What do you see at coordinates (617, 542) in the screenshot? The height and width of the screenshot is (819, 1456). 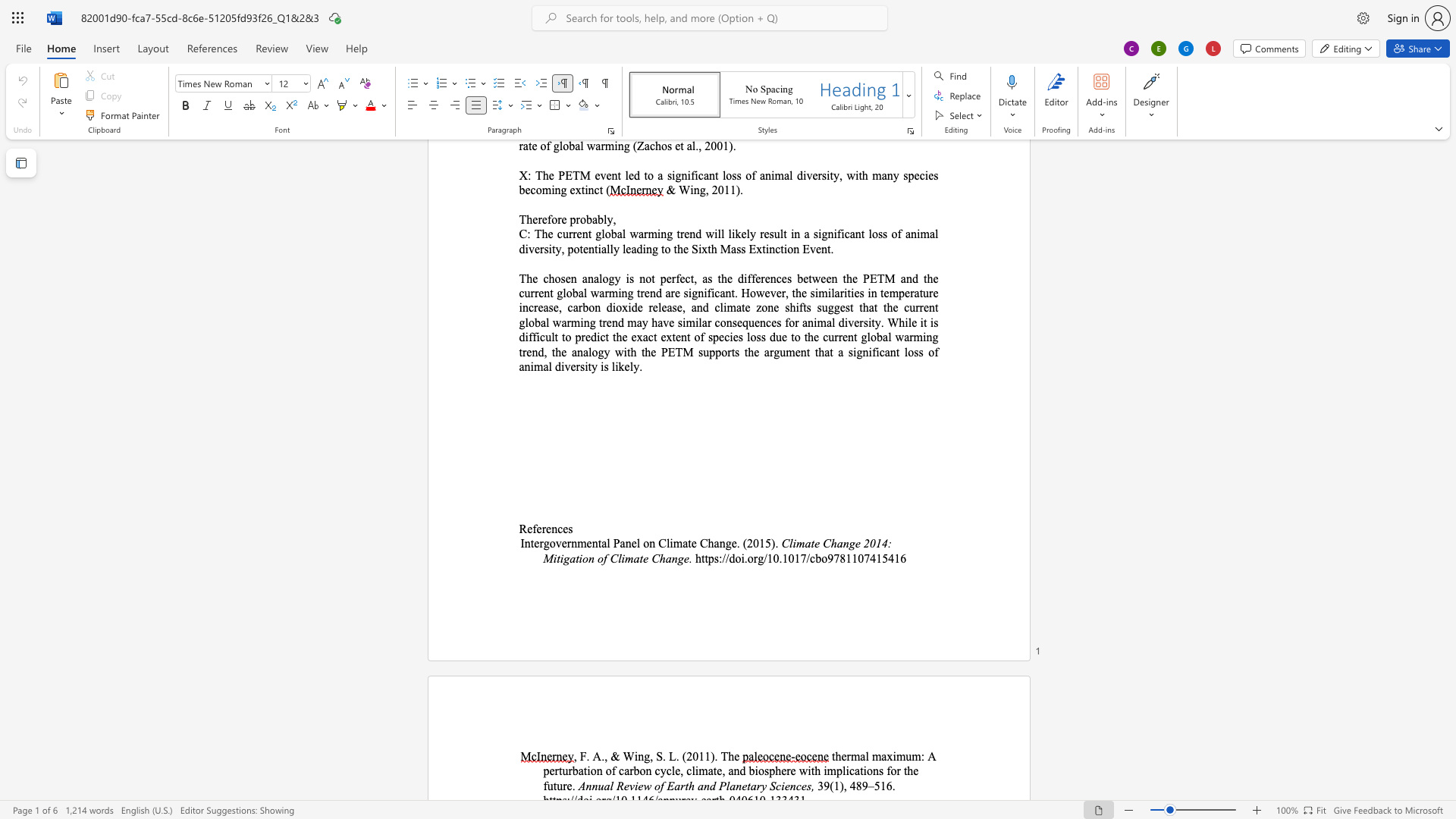 I see `the 1th character "P" in the text` at bounding box center [617, 542].